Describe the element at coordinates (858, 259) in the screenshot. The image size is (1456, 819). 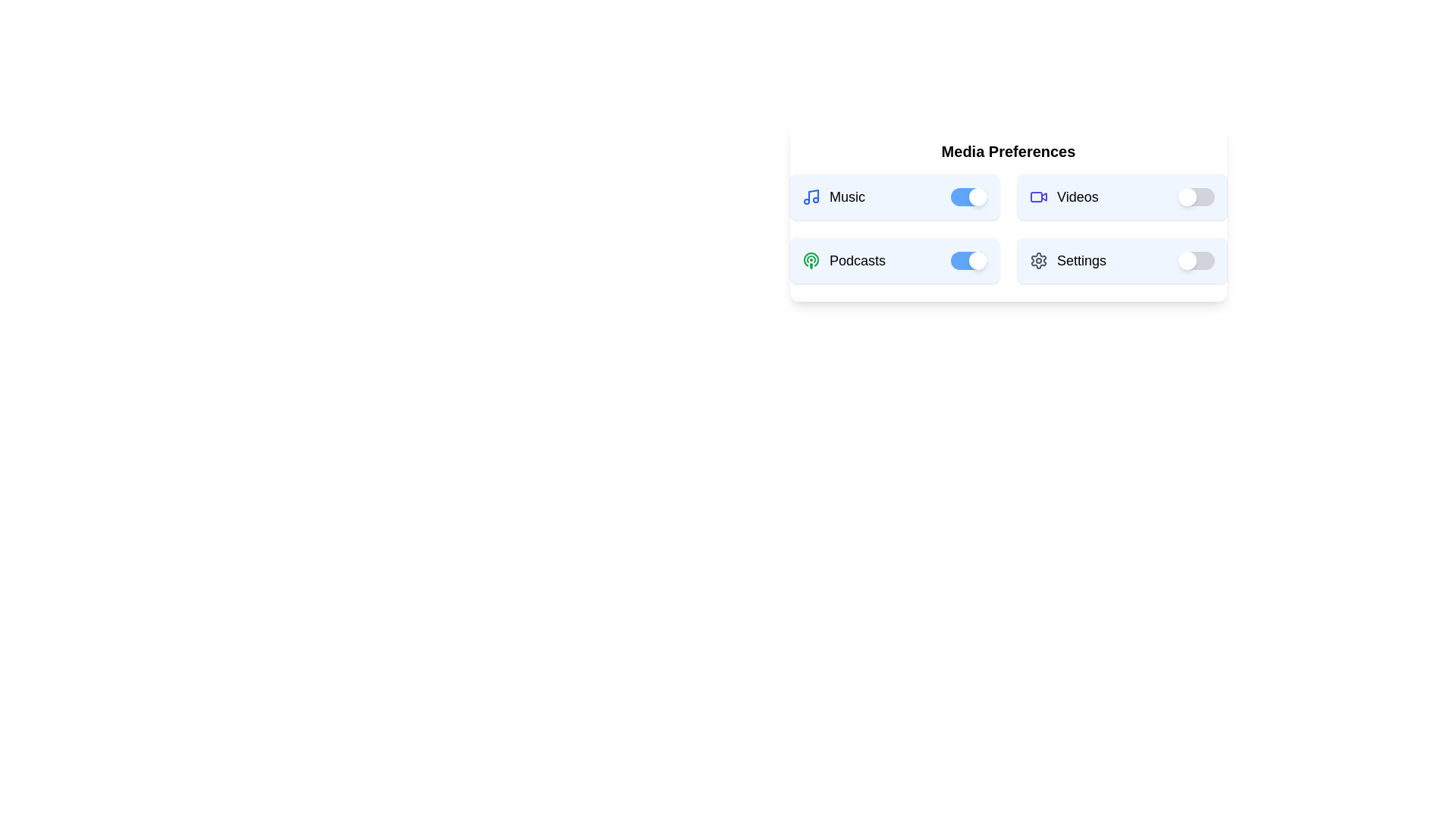
I see `the center of the 'Podcasts' text` at that location.